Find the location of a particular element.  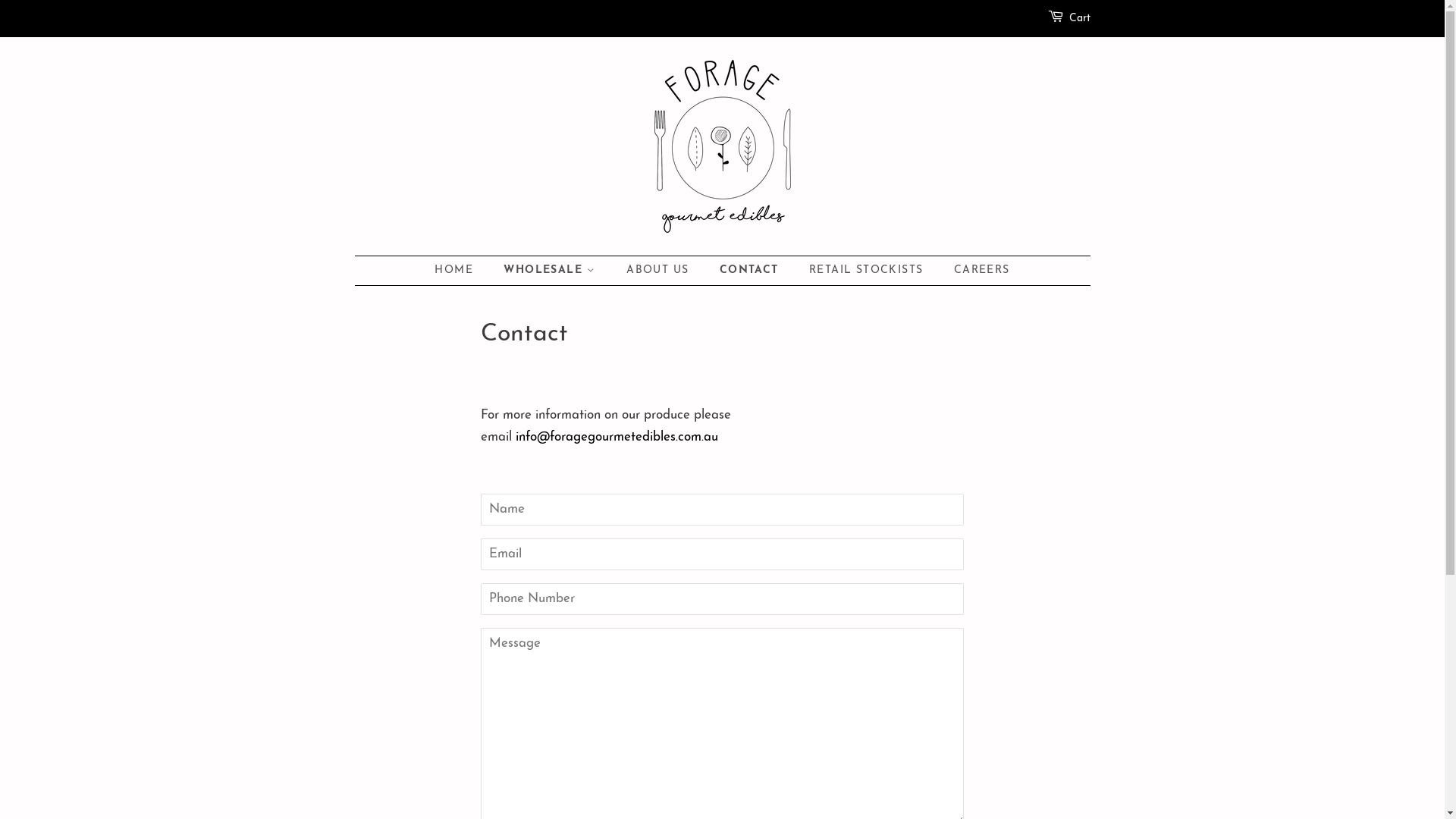

'RETAIL STOCKISTS' is located at coordinates (868, 270).